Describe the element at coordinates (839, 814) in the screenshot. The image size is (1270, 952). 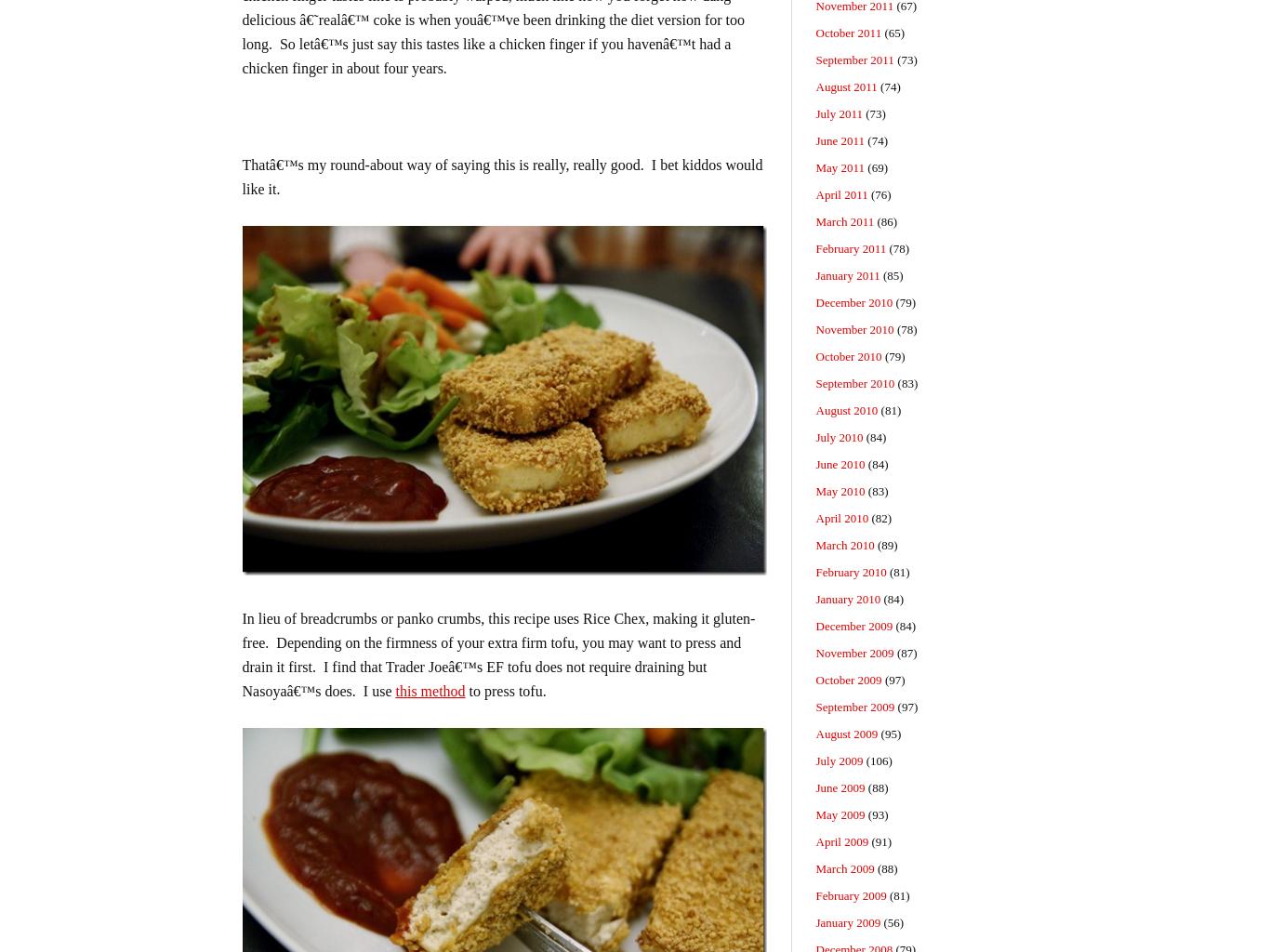
I see `'May 2009'` at that location.